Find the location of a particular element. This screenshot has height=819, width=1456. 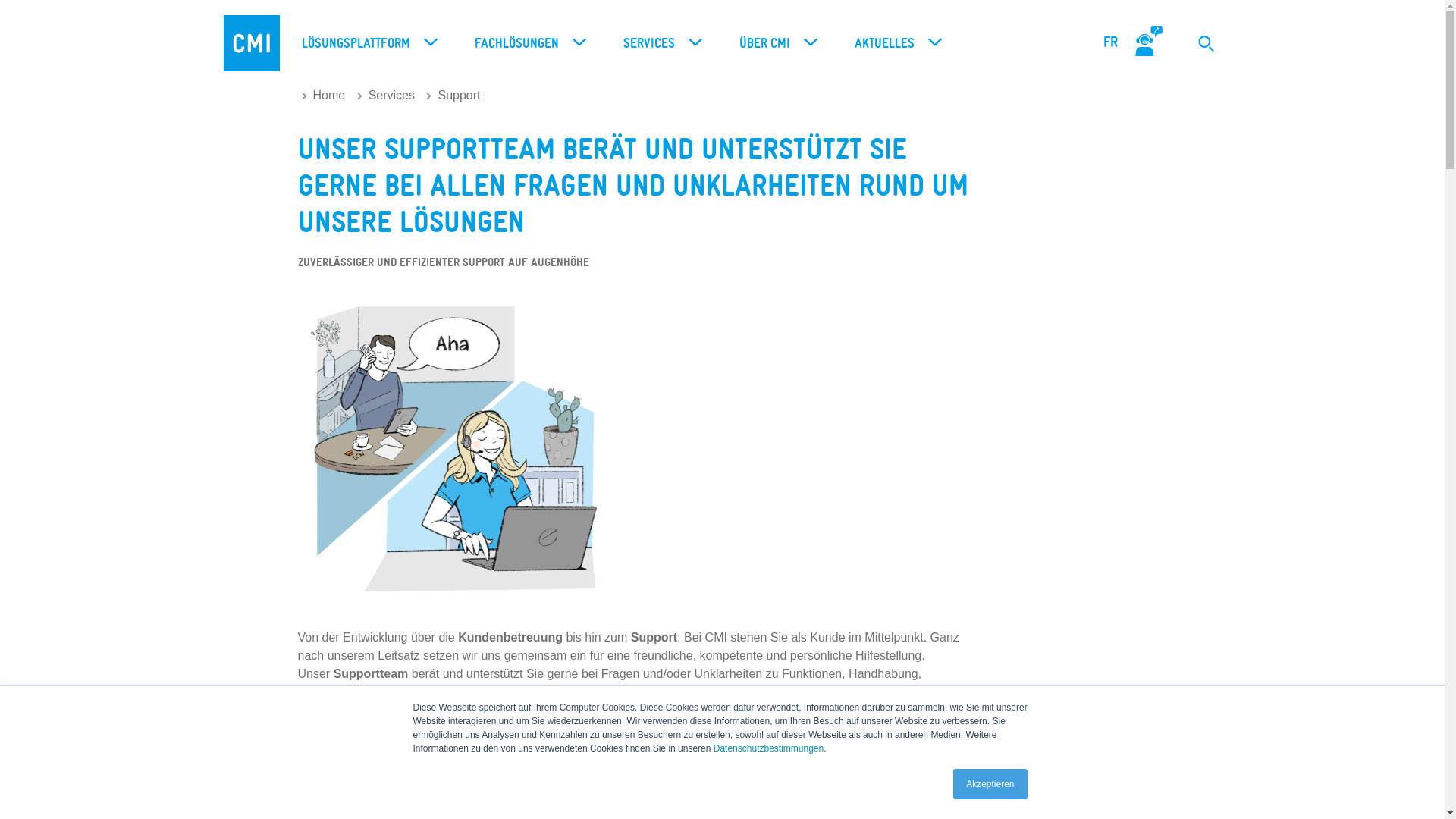

'Home' is located at coordinates (323, 95).